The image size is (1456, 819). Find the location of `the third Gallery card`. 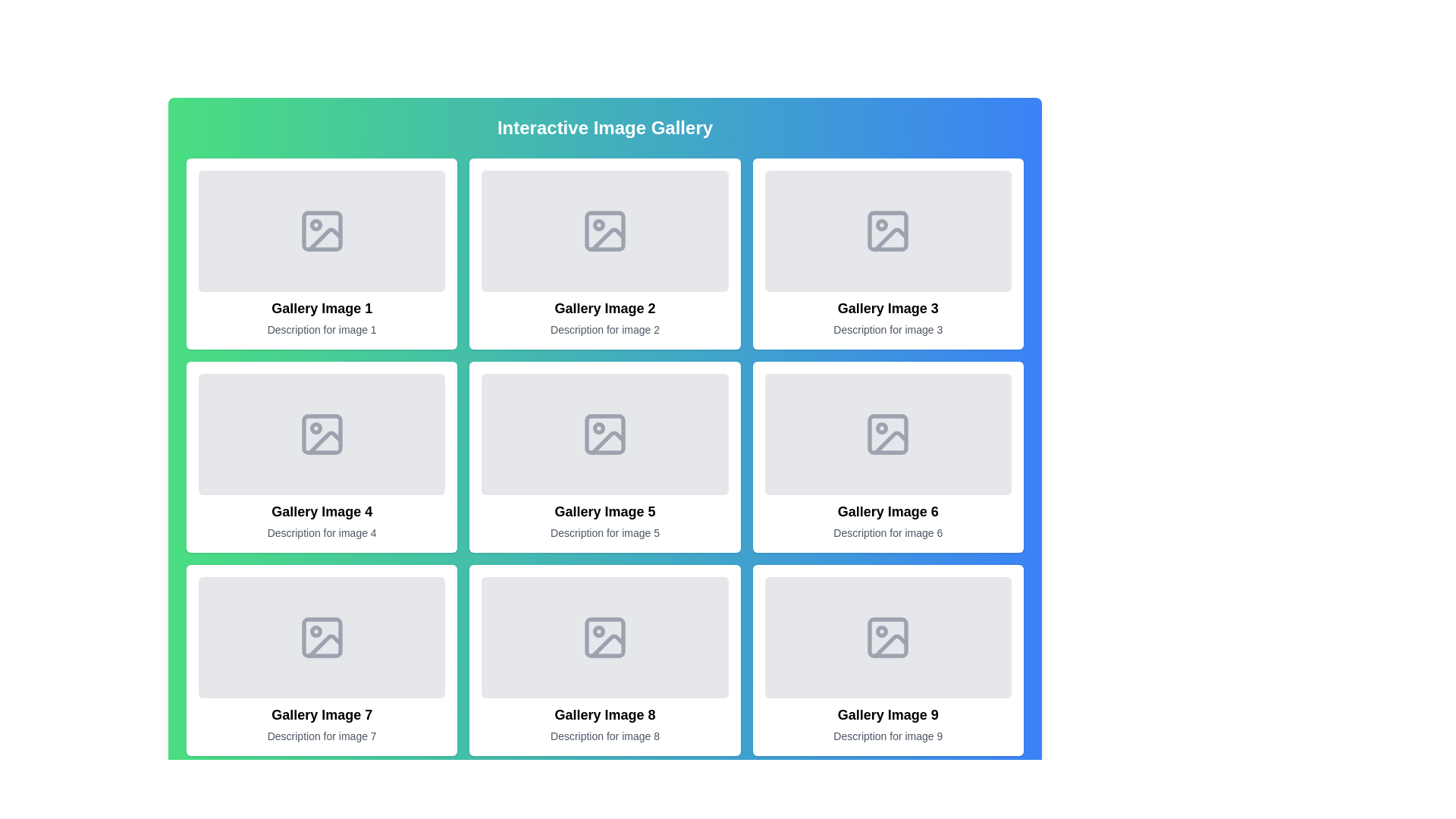

the third Gallery card is located at coordinates (888, 253).